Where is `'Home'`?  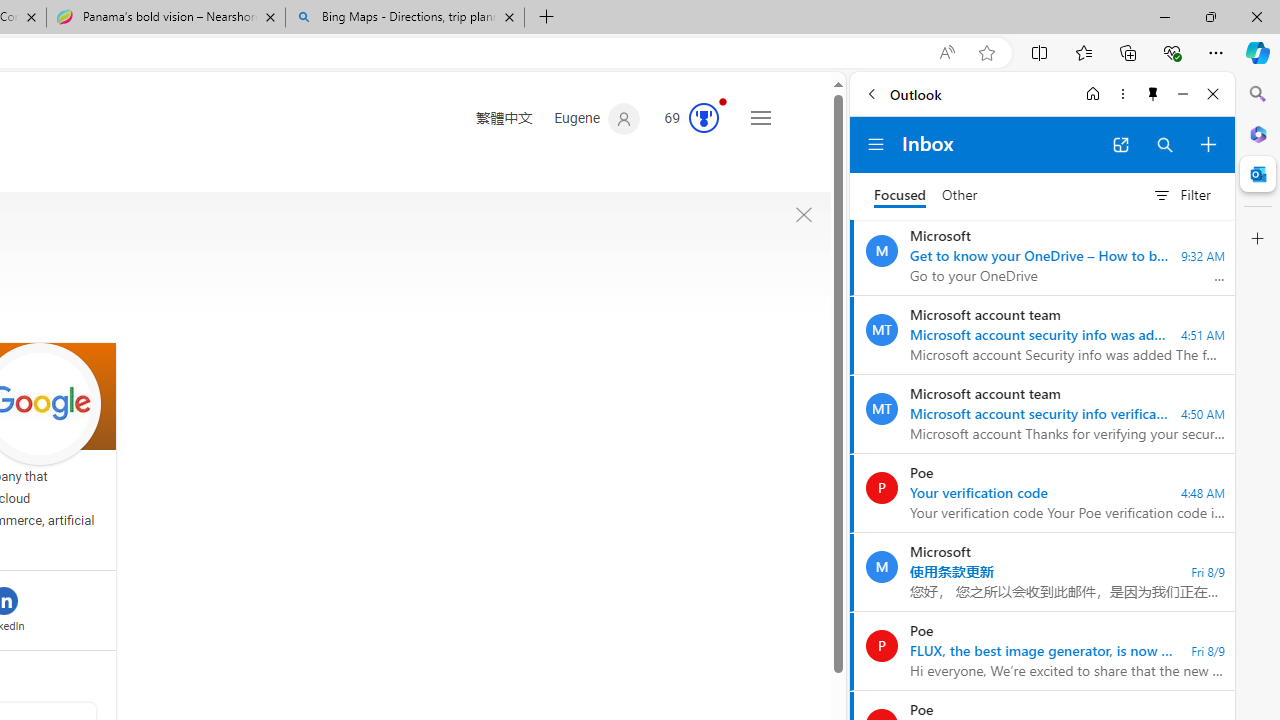 'Home' is located at coordinates (1092, 93).